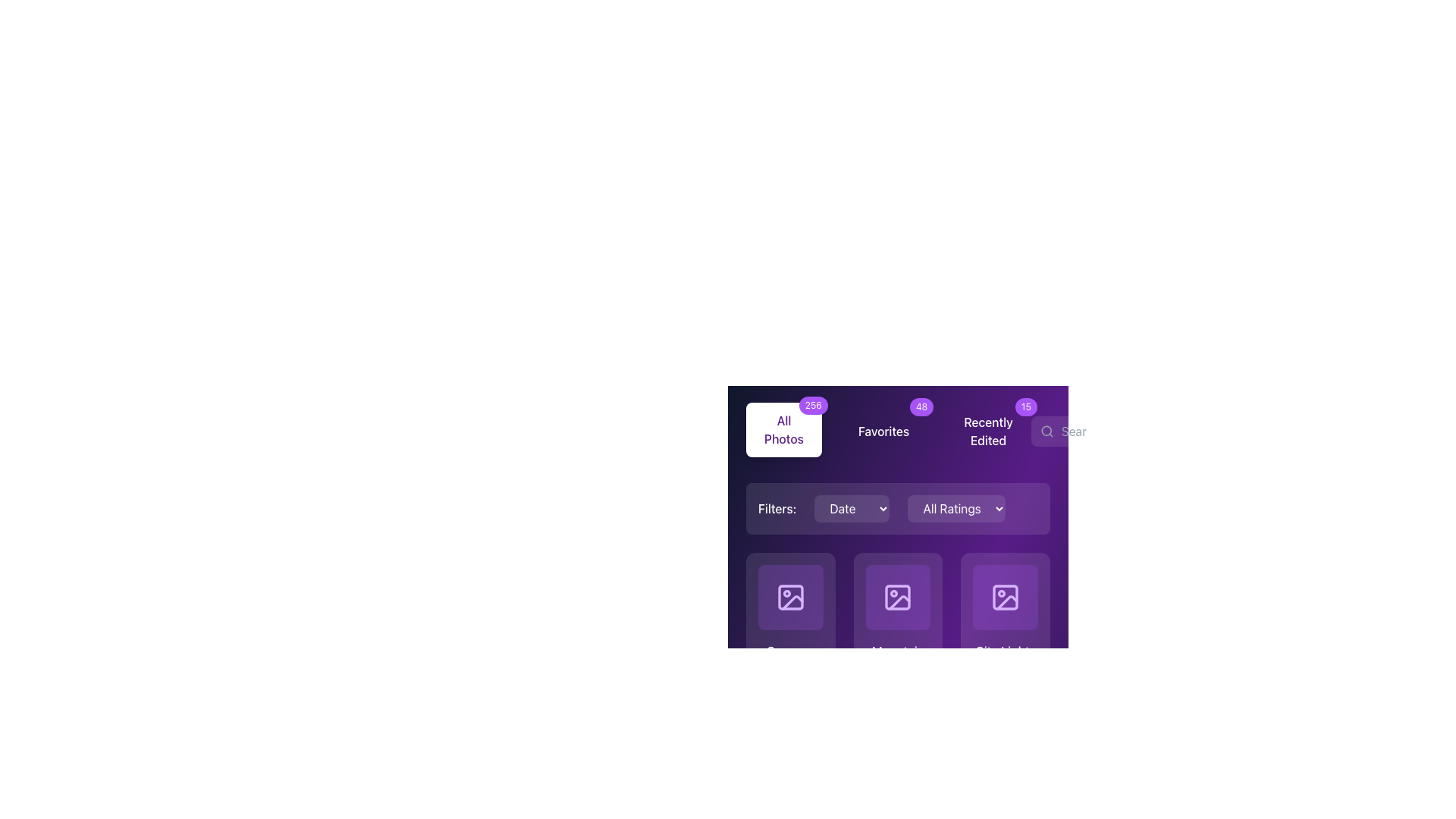 This screenshot has height=819, width=1456. Describe the element at coordinates (1046, 431) in the screenshot. I see `the small circular decorative element inside the magnifying glass icon located in the top navigation section of the interface` at that location.